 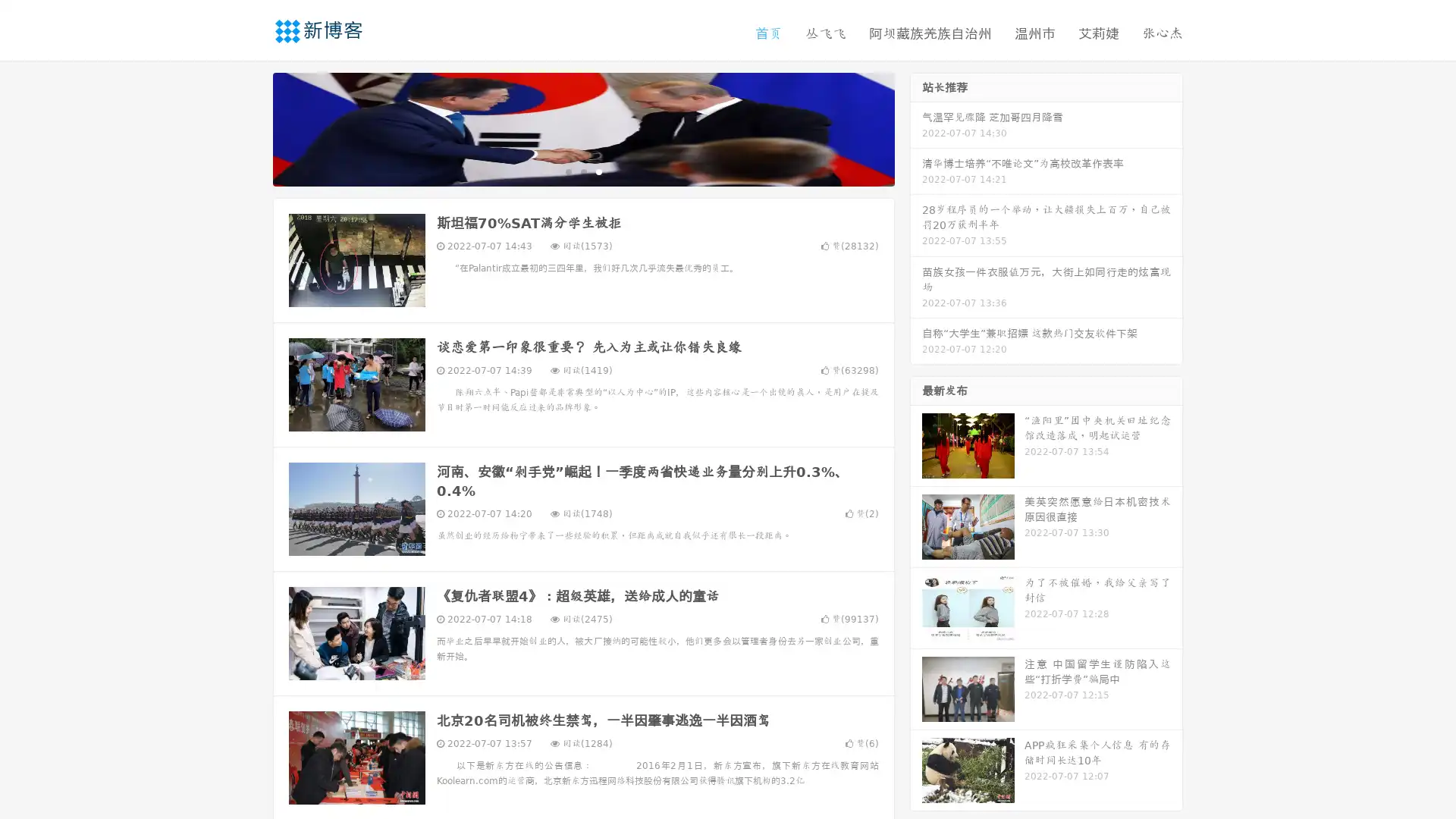 What do you see at coordinates (567, 171) in the screenshot?
I see `Go to slide 1` at bounding box center [567, 171].